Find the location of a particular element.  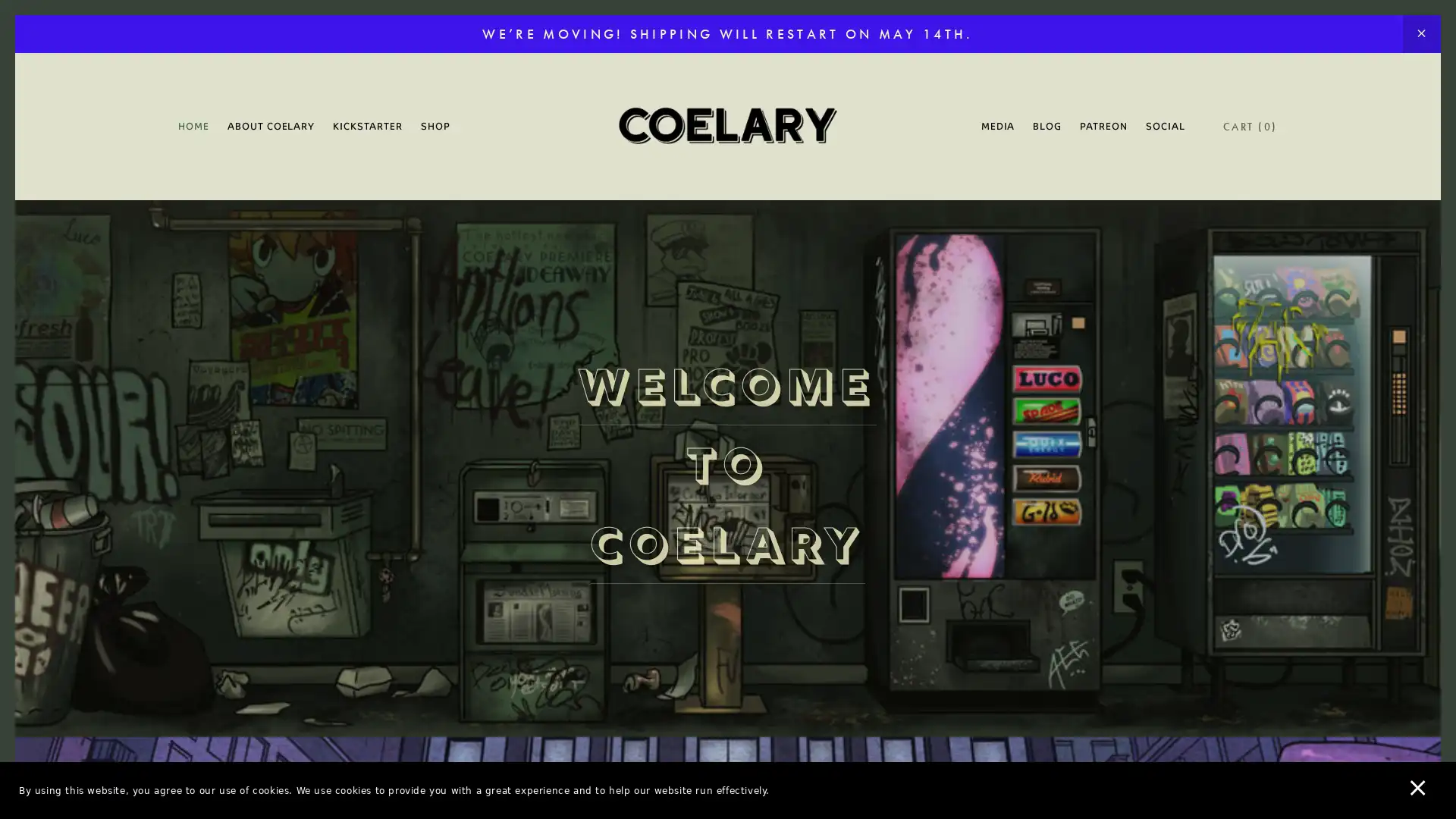

Close is located at coordinates (993, 177).